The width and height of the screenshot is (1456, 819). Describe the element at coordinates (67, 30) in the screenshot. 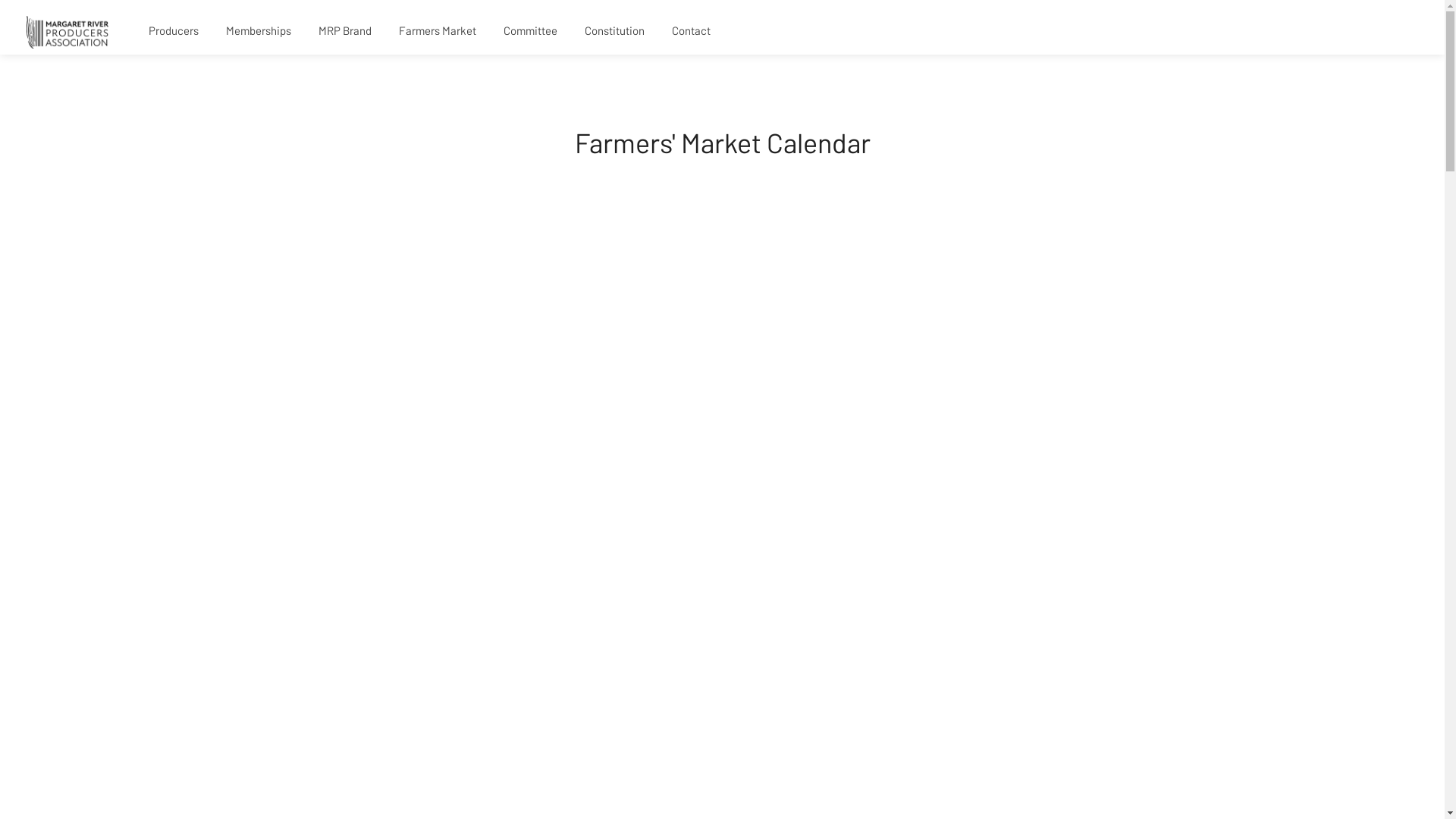

I see `'Margaret River Producers Association'` at that location.